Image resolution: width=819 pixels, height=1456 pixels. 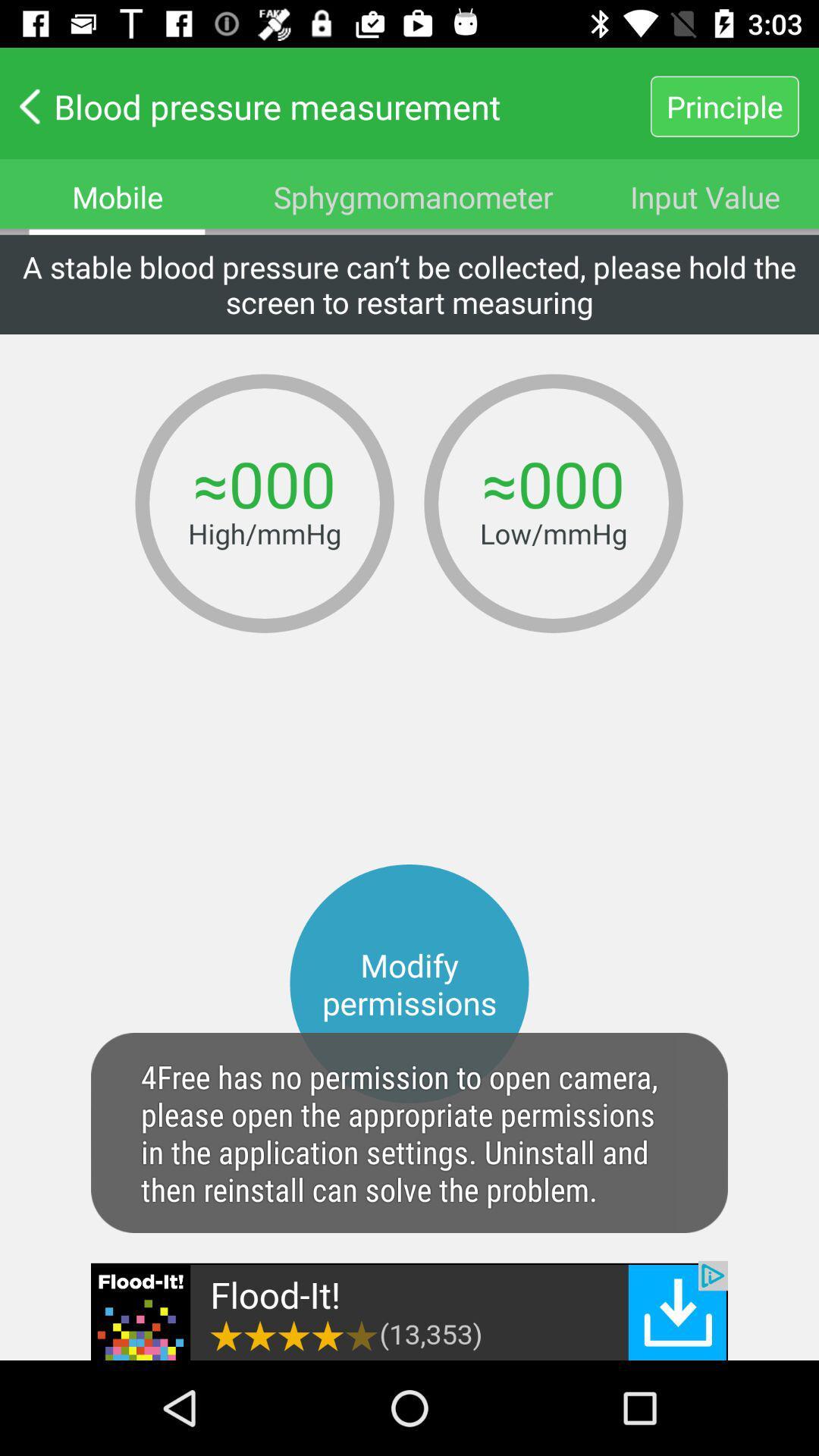 What do you see at coordinates (724, 105) in the screenshot?
I see `the text principle which is top left side of the page` at bounding box center [724, 105].